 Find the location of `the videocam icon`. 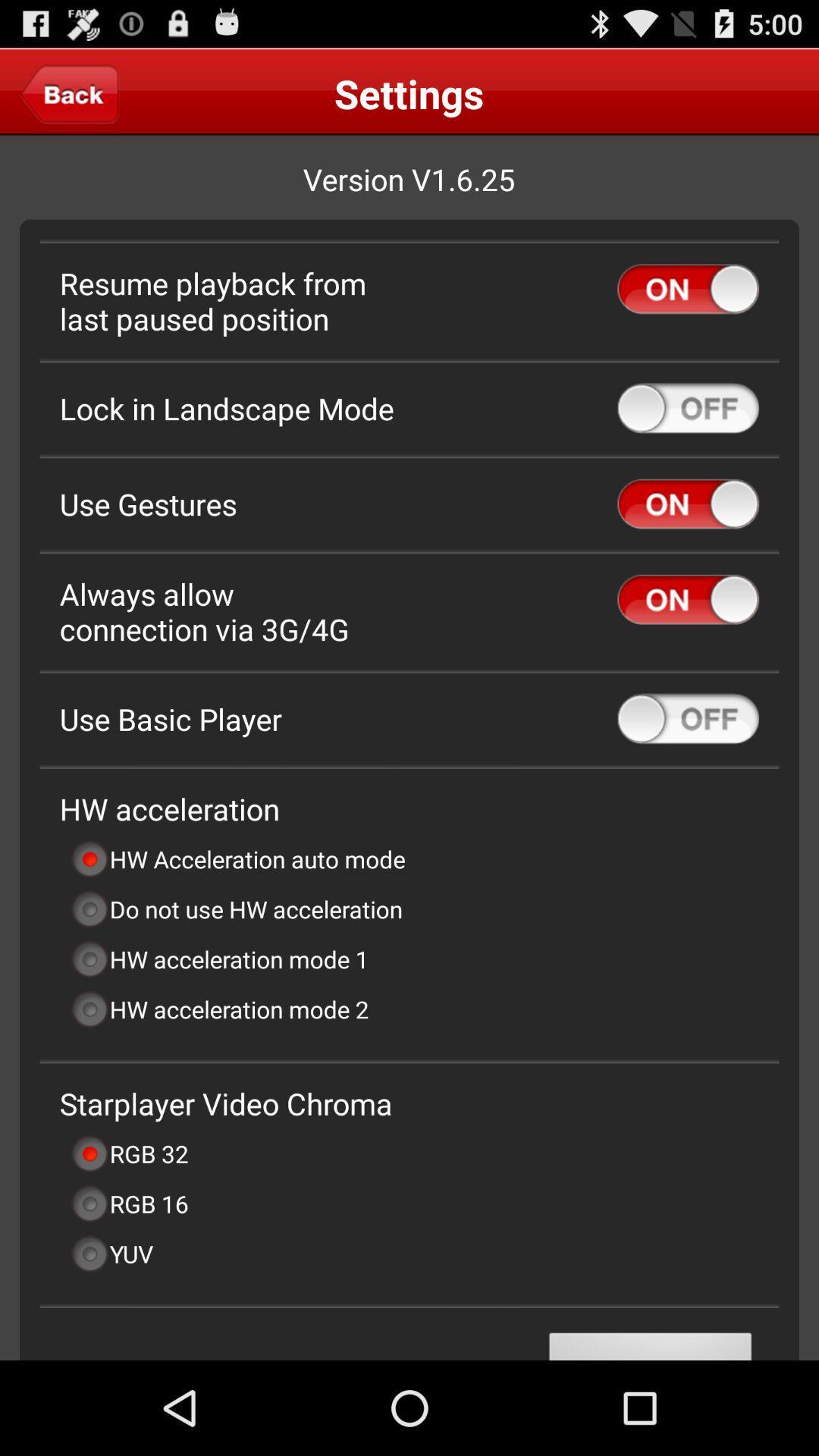

the videocam icon is located at coordinates (69, 99).